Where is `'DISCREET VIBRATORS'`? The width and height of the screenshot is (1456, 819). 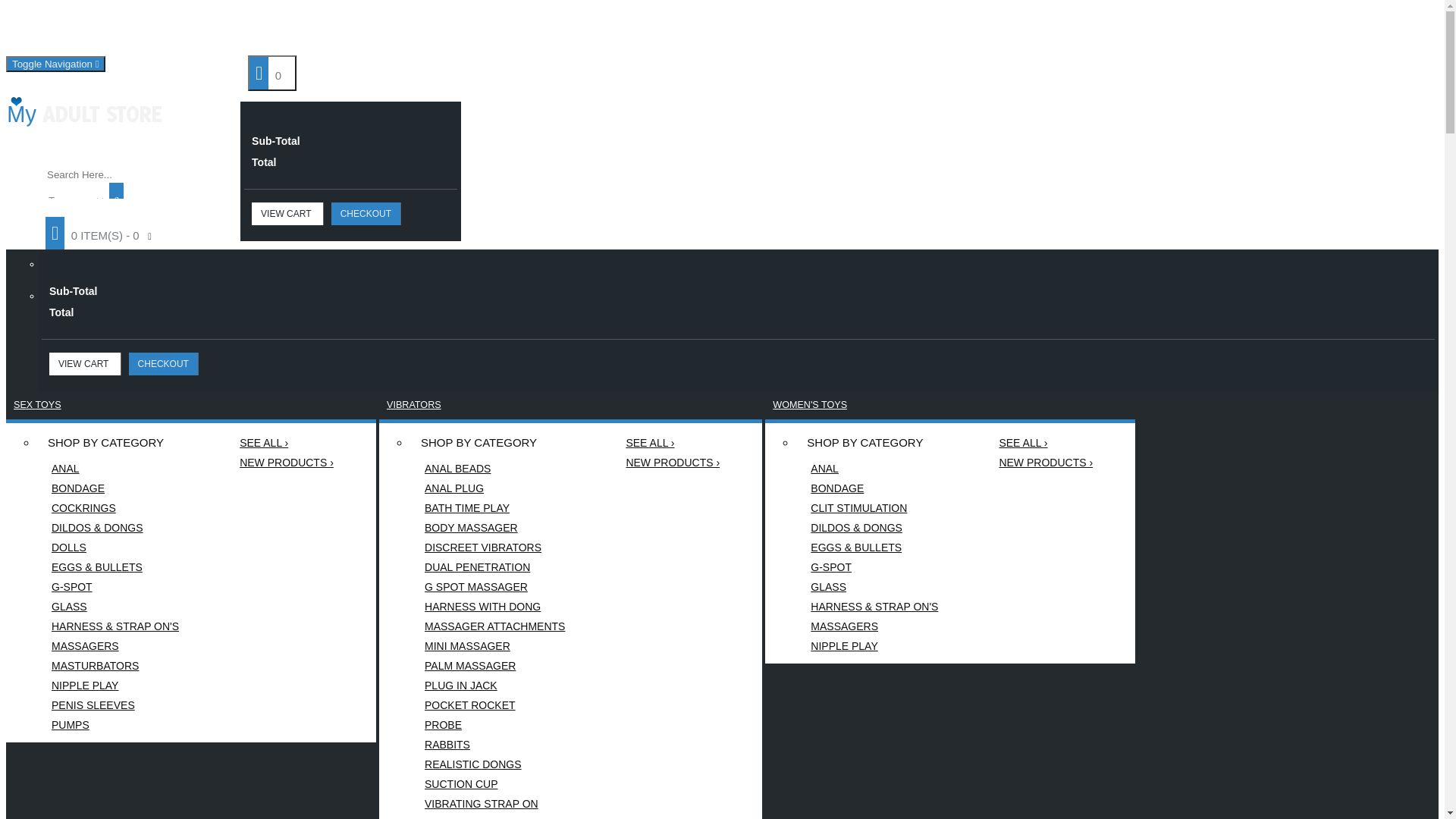 'DISCREET VIBRATORS' is located at coordinates (494, 547).